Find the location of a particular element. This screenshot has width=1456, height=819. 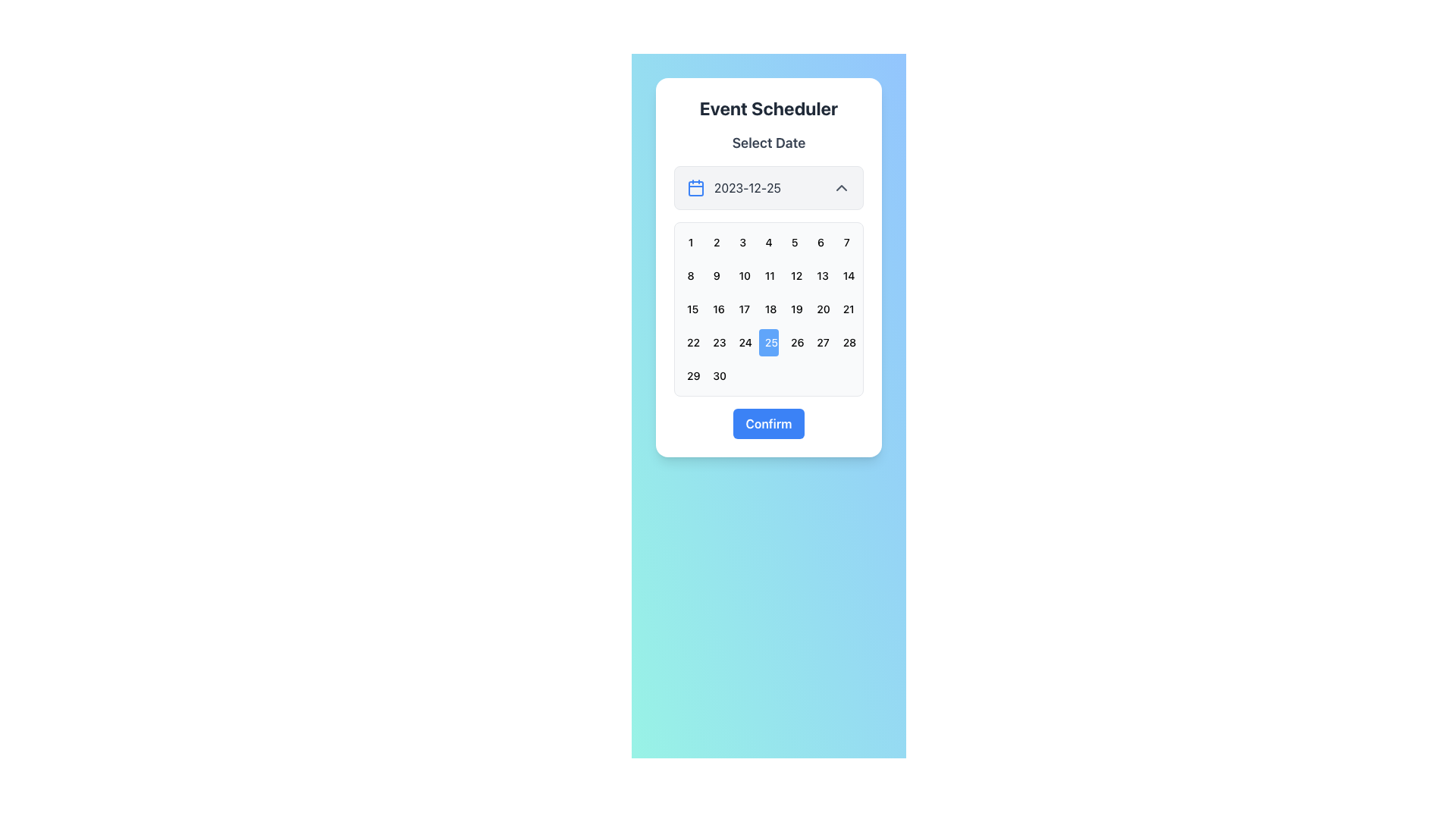

the rounded rectangular button with the number '27' in the date selection grid of the calendar interface is located at coordinates (820, 342).